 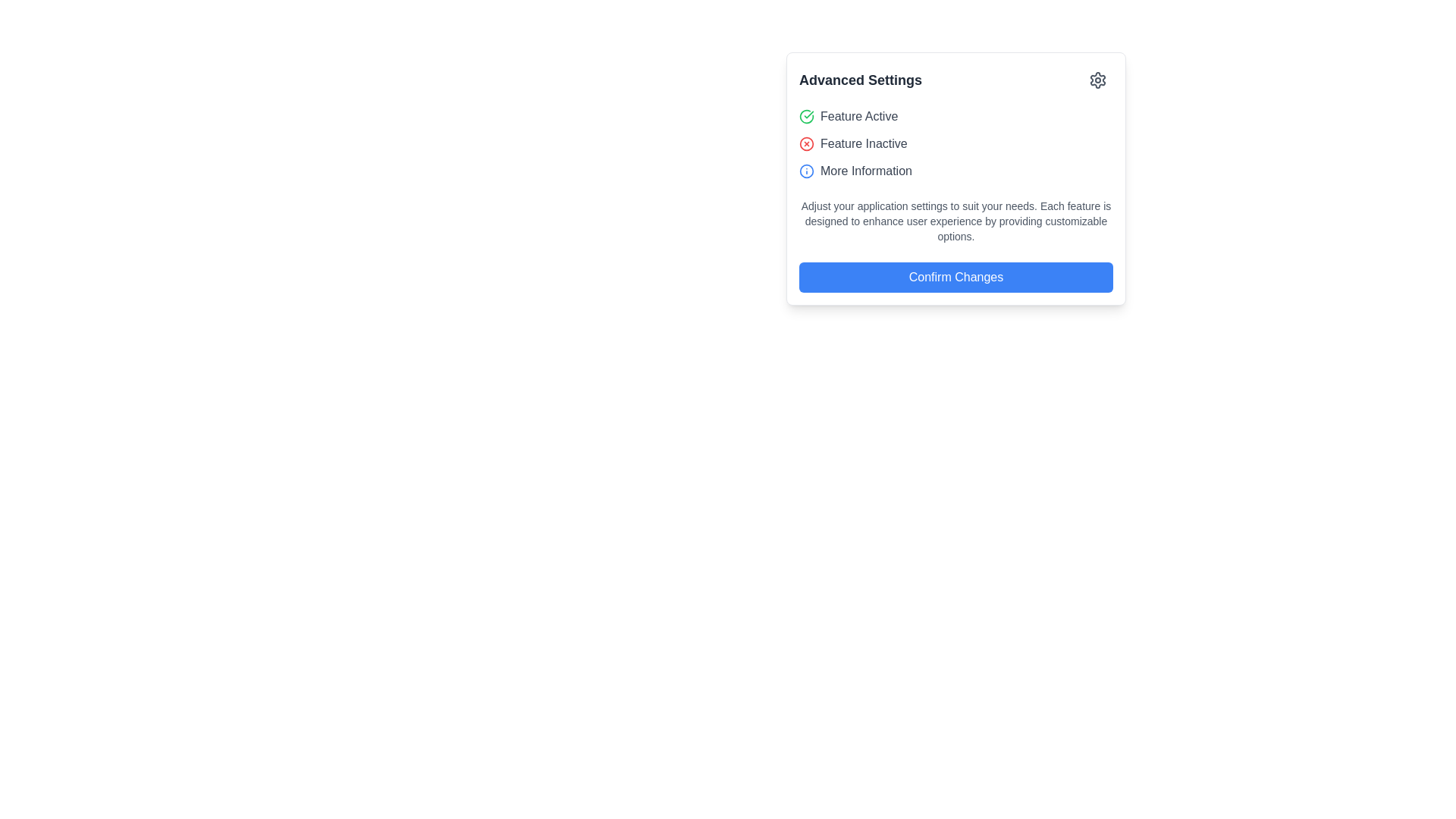 I want to click on the status indicator icon styled as a circular checkmark representing the 'Feature Active' setting, located in the 'Advanced Settings' modal to the left of the 'Feature Active' label, so click(x=806, y=116).